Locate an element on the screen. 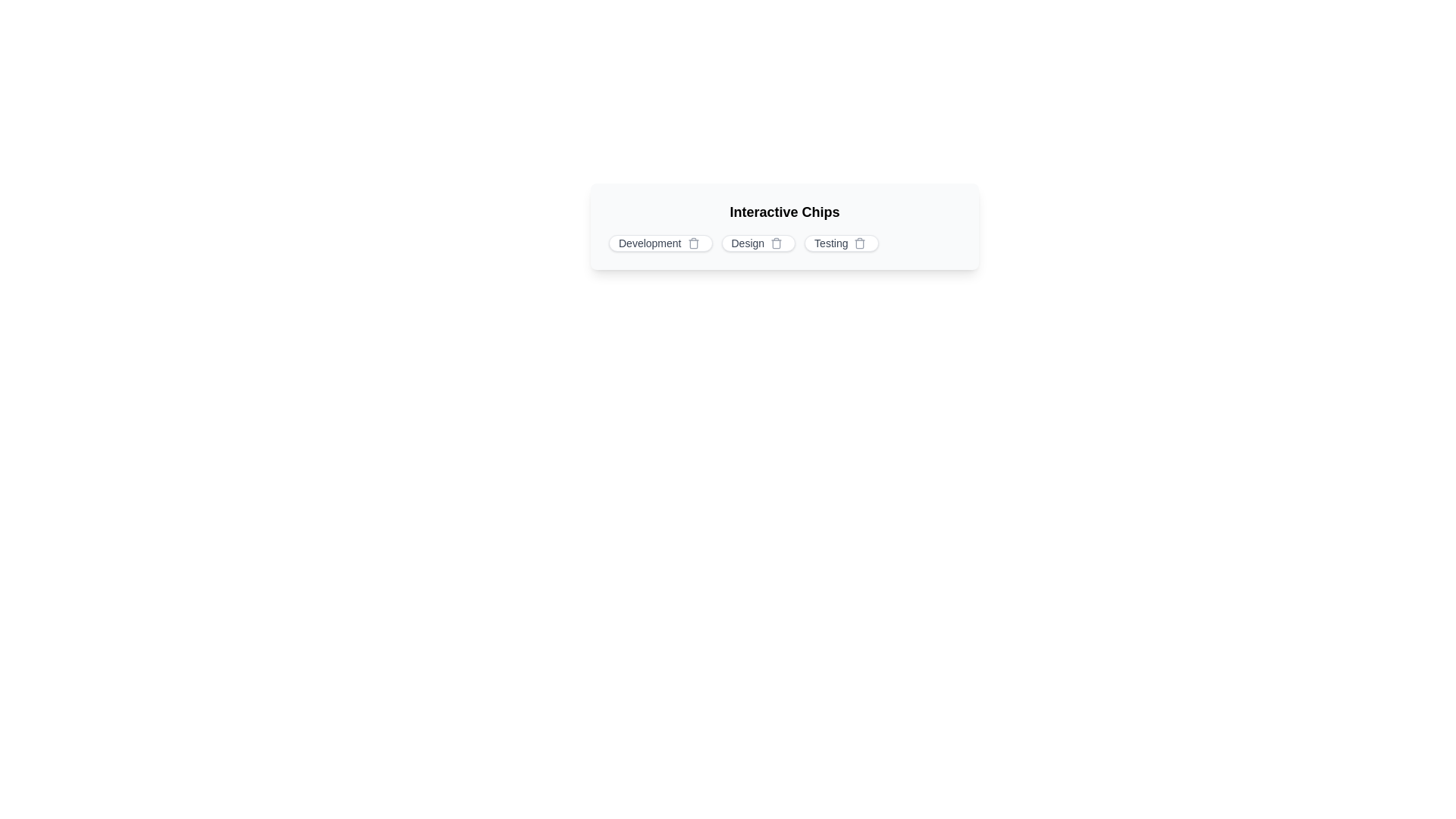 The height and width of the screenshot is (819, 1456). the trash icon of the chip labeled Testing to remove it is located at coordinates (860, 242).